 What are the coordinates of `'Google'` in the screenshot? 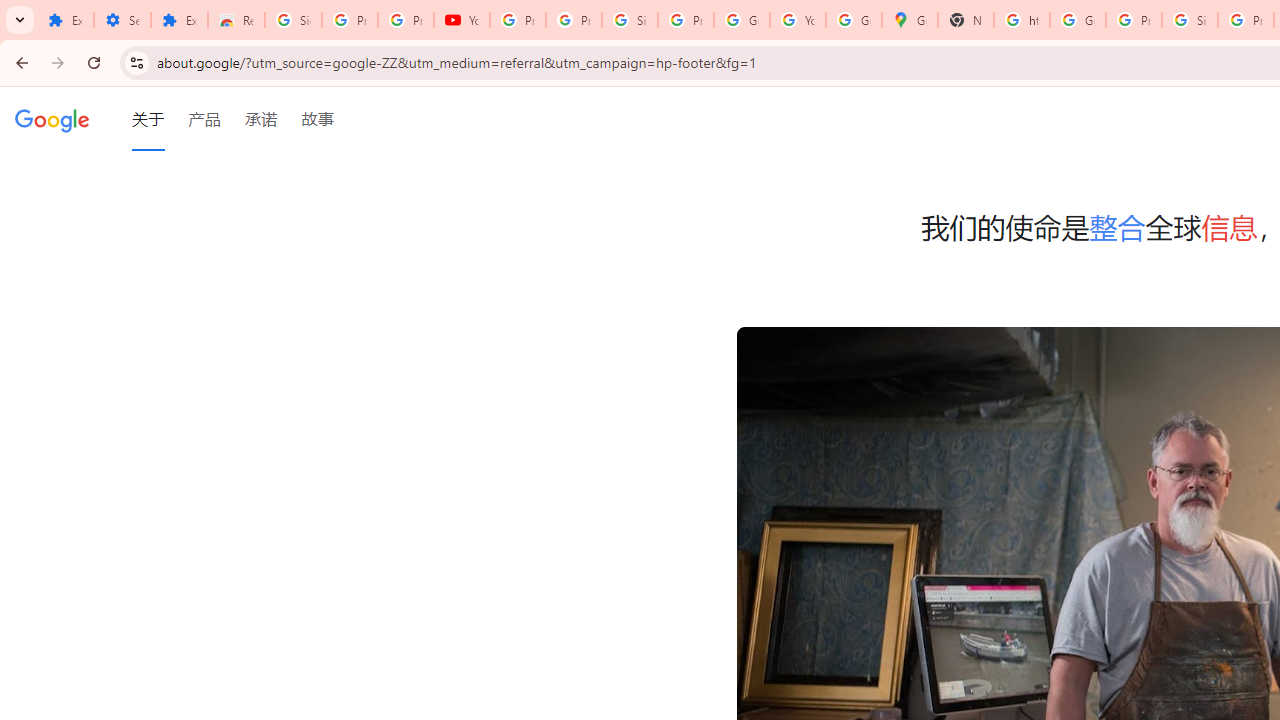 It's located at (52, 119).